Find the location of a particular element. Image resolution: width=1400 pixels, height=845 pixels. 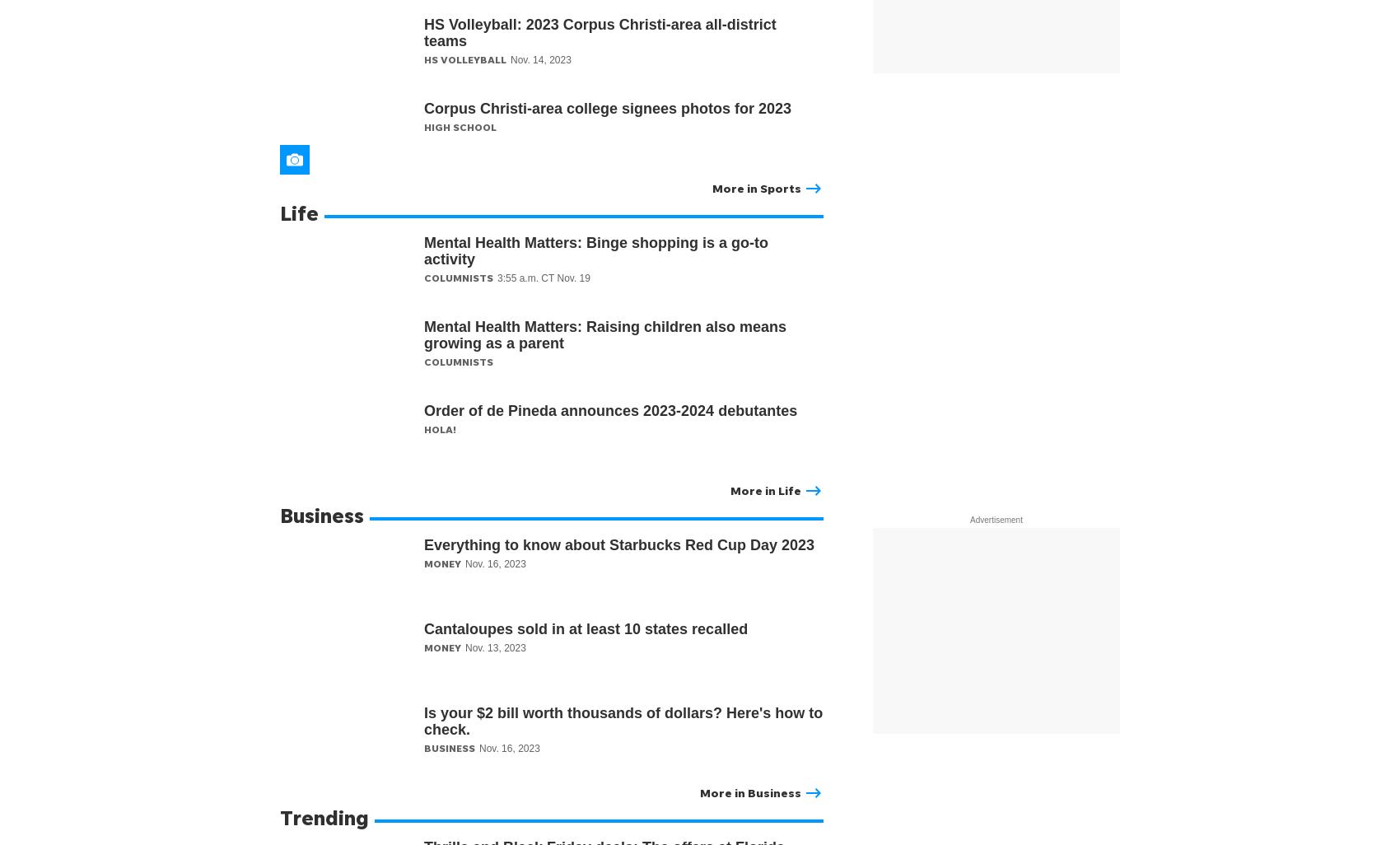

'Everything to know about Starbucks Red Cup Day 2023' is located at coordinates (620, 544).